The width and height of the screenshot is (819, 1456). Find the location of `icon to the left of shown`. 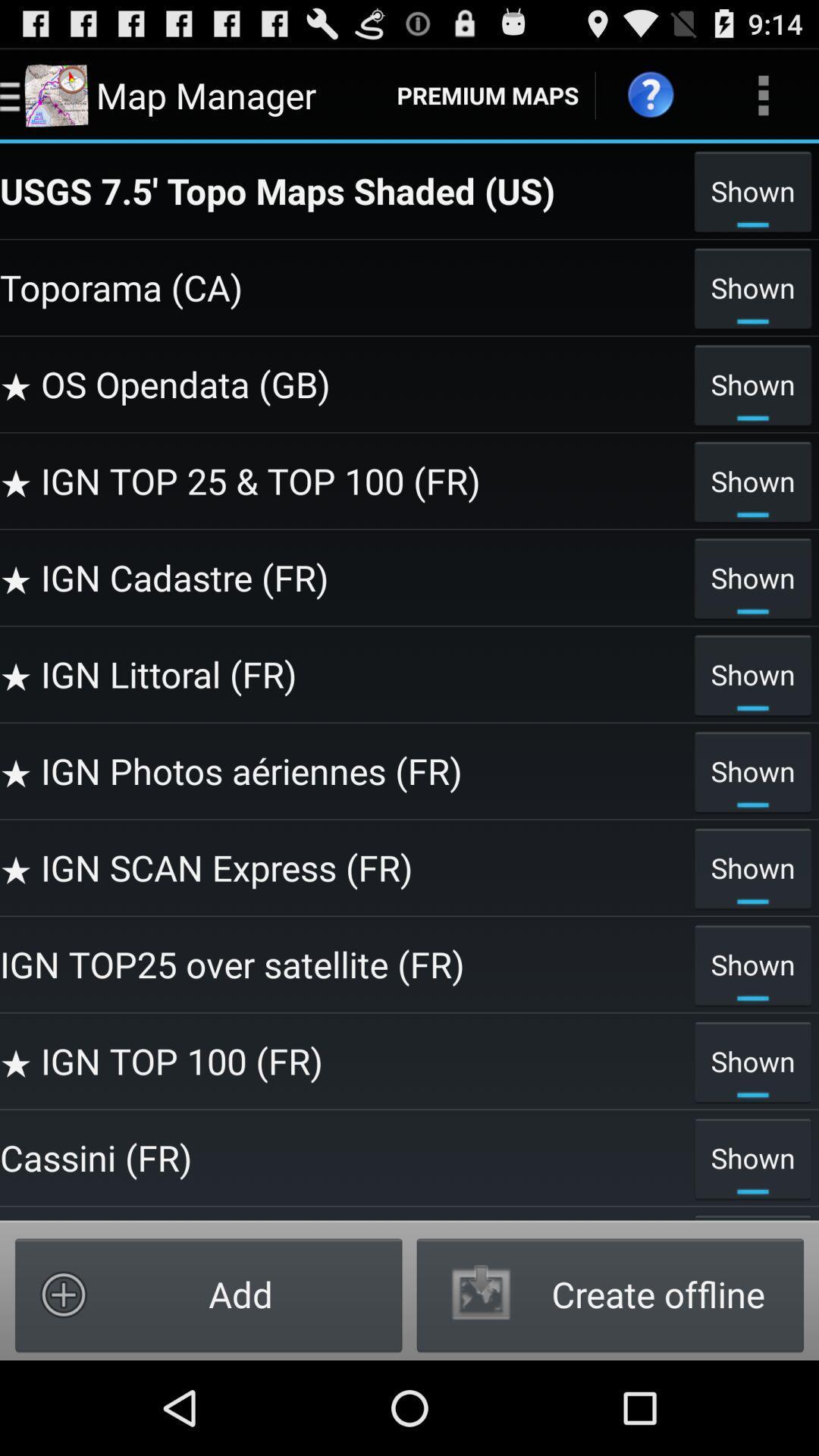

icon to the left of shown is located at coordinates (343, 190).